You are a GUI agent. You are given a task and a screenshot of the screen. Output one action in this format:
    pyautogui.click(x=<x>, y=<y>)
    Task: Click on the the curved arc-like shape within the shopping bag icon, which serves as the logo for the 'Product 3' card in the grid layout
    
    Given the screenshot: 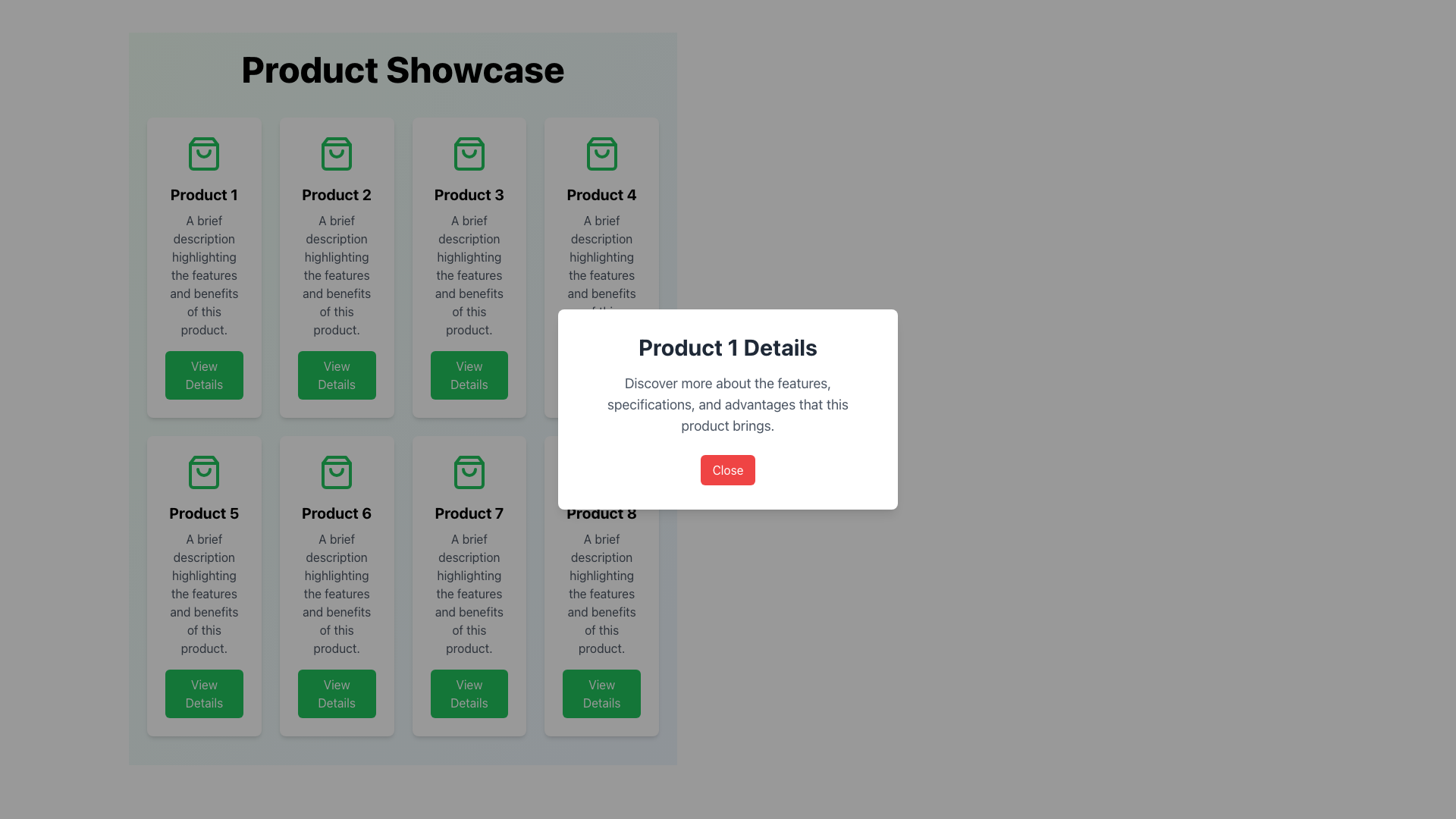 What is the action you would take?
    pyautogui.click(x=468, y=154)
    